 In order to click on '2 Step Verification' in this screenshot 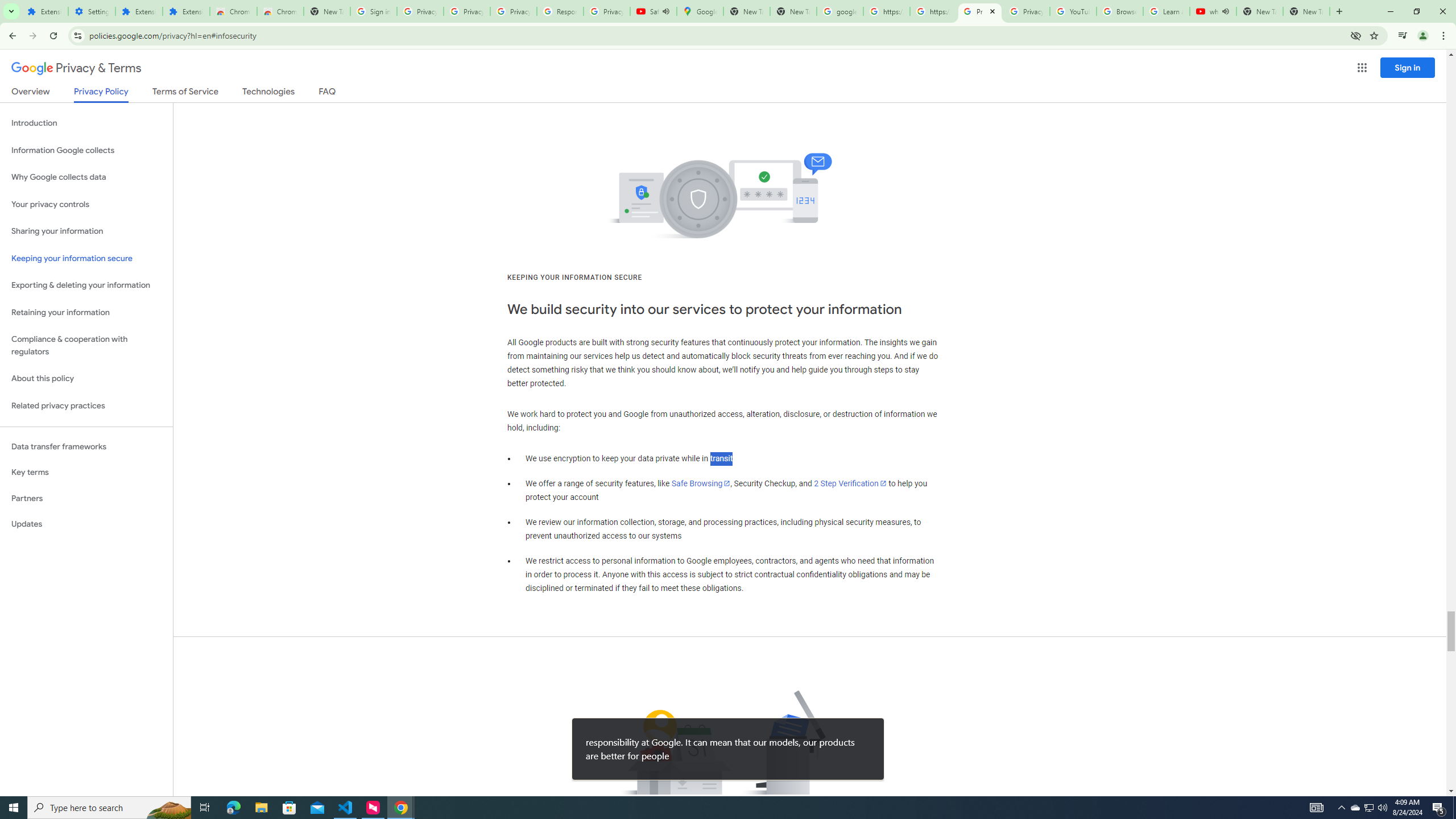, I will do `click(850, 483)`.